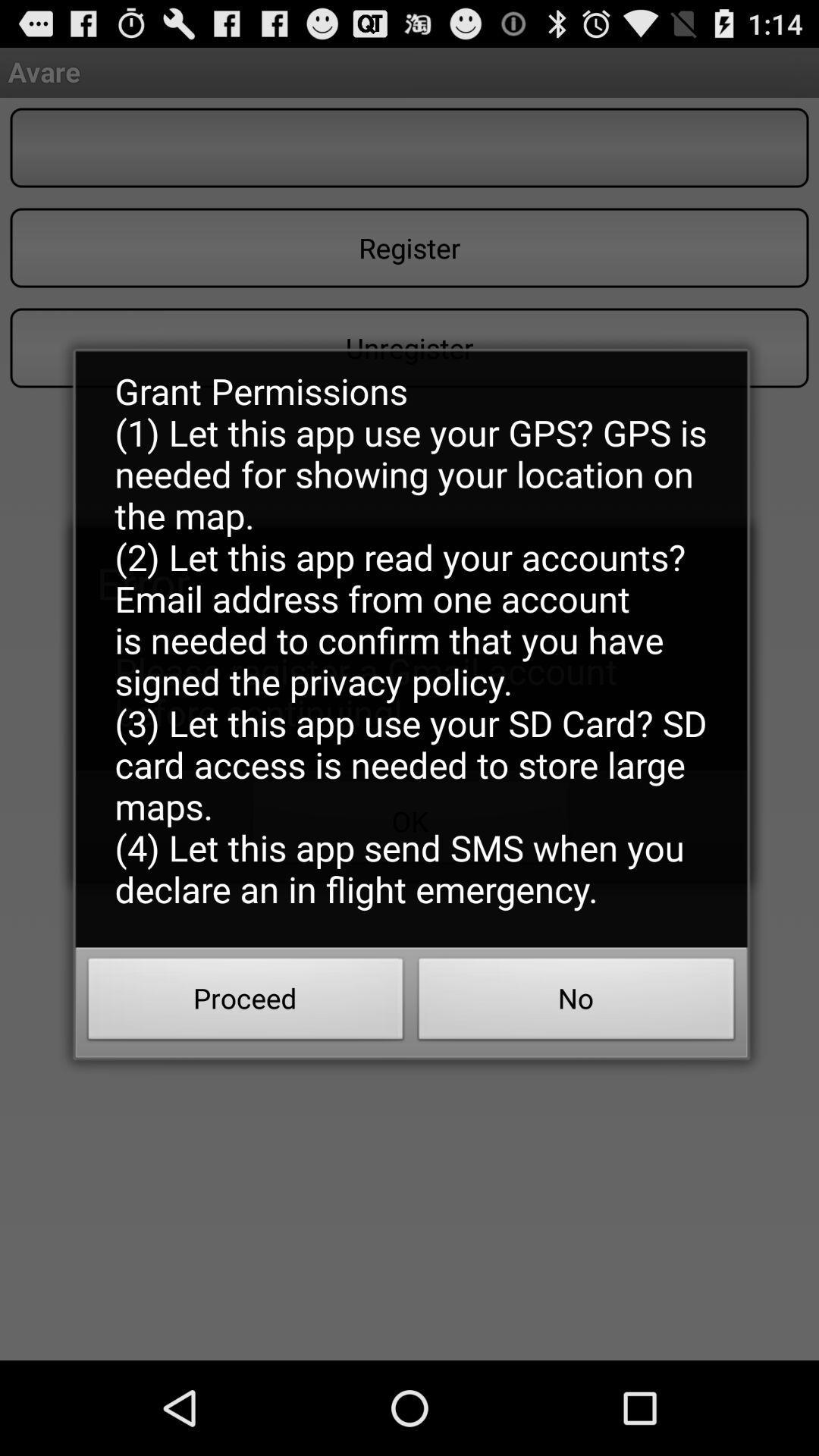 This screenshot has height=1456, width=819. What do you see at coordinates (576, 1003) in the screenshot?
I see `item below the grant permissions 1` at bounding box center [576, 1003].